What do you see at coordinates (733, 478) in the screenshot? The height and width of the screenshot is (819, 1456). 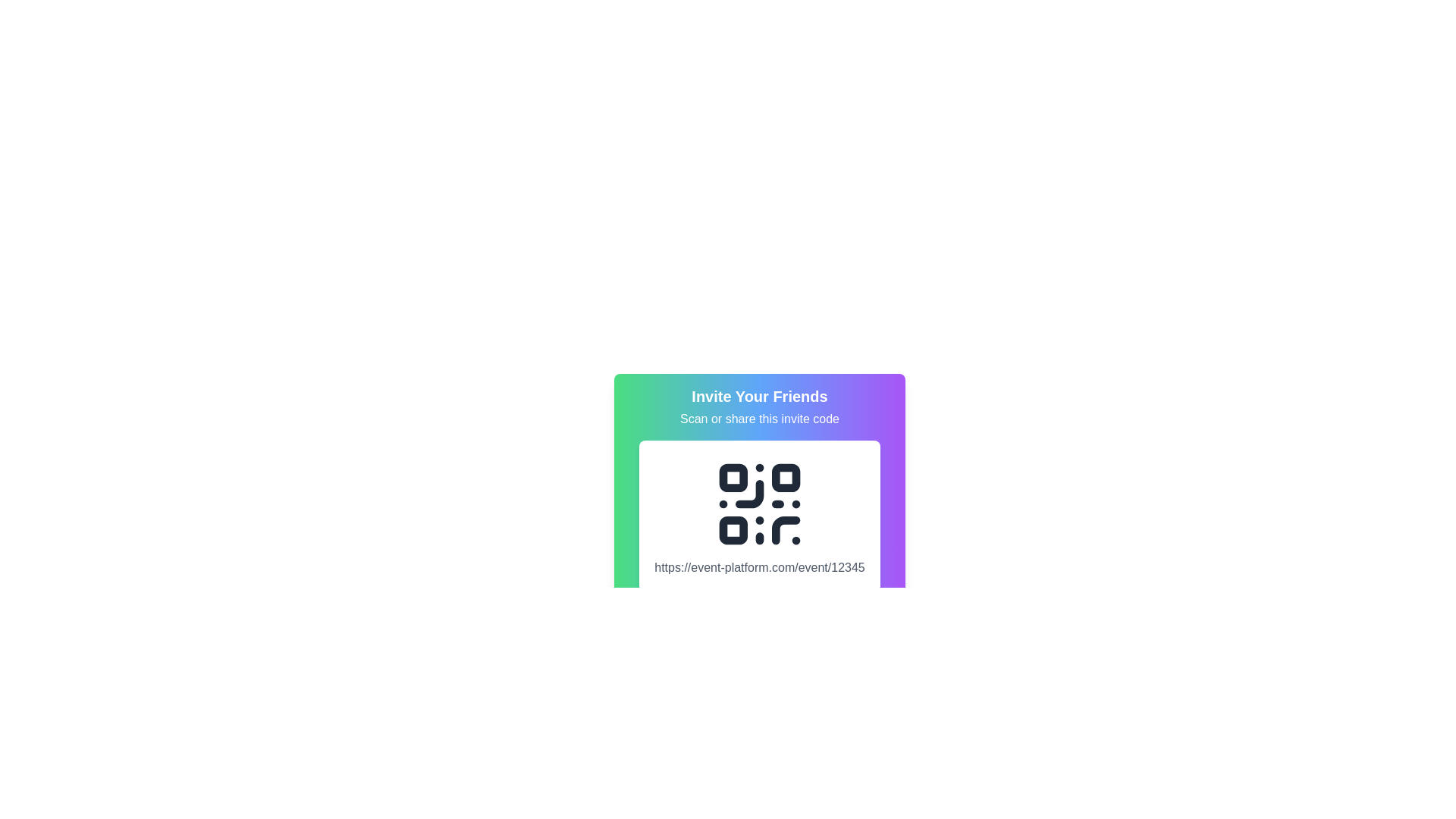 I see `the first square in the QR code located at the top-left corner of the larger QR code area` at bounding box center [733, 478].